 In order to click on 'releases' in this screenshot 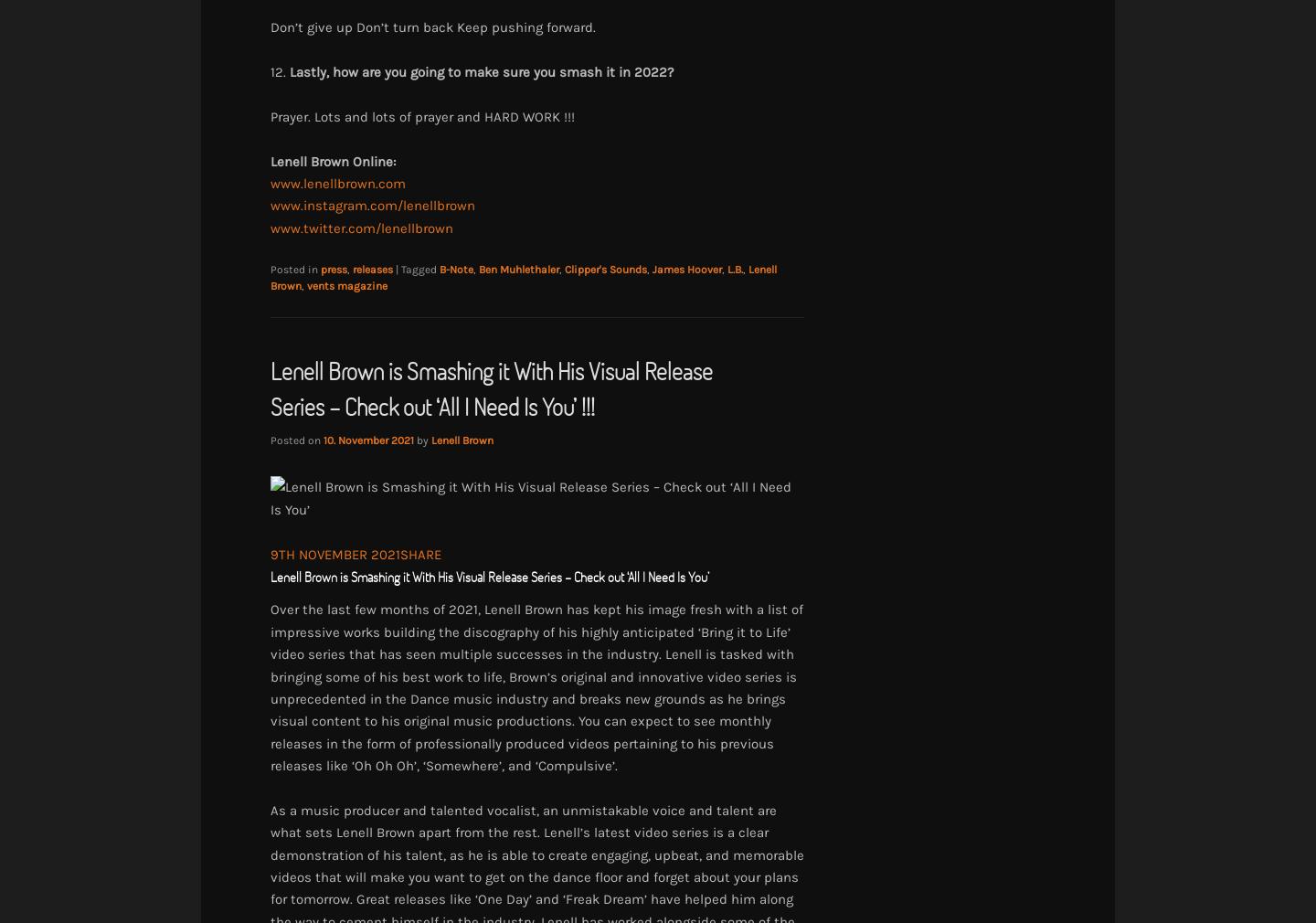, I will do `click(371, 270)`.